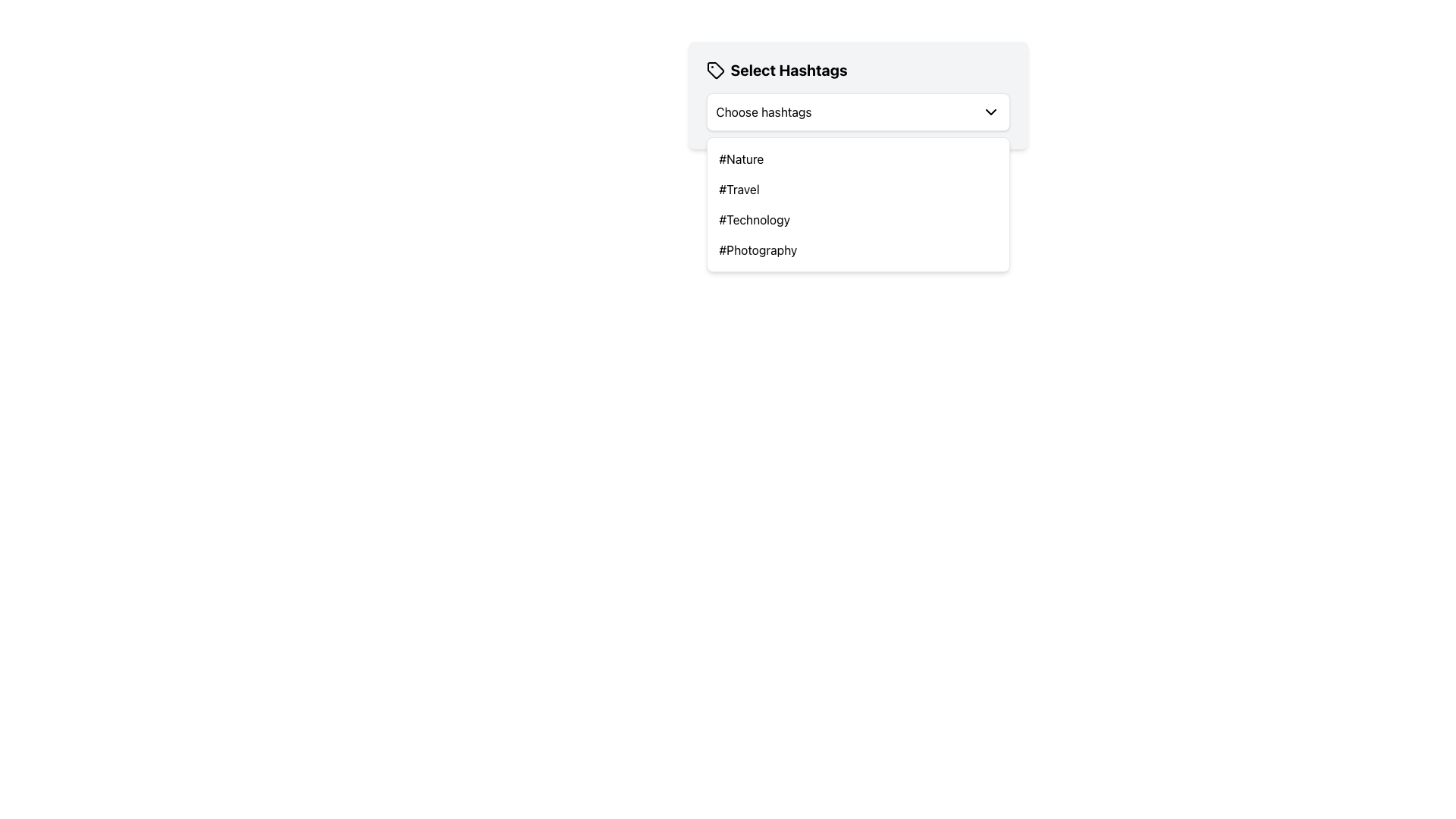 The height and width of the screenshot is (819, 1456). I want to click on the selectable list item displaying the hashtag '#Nature' in bold, black font, which is the topmost item in the 'Select Hashtags' menu, so click(858, 158).